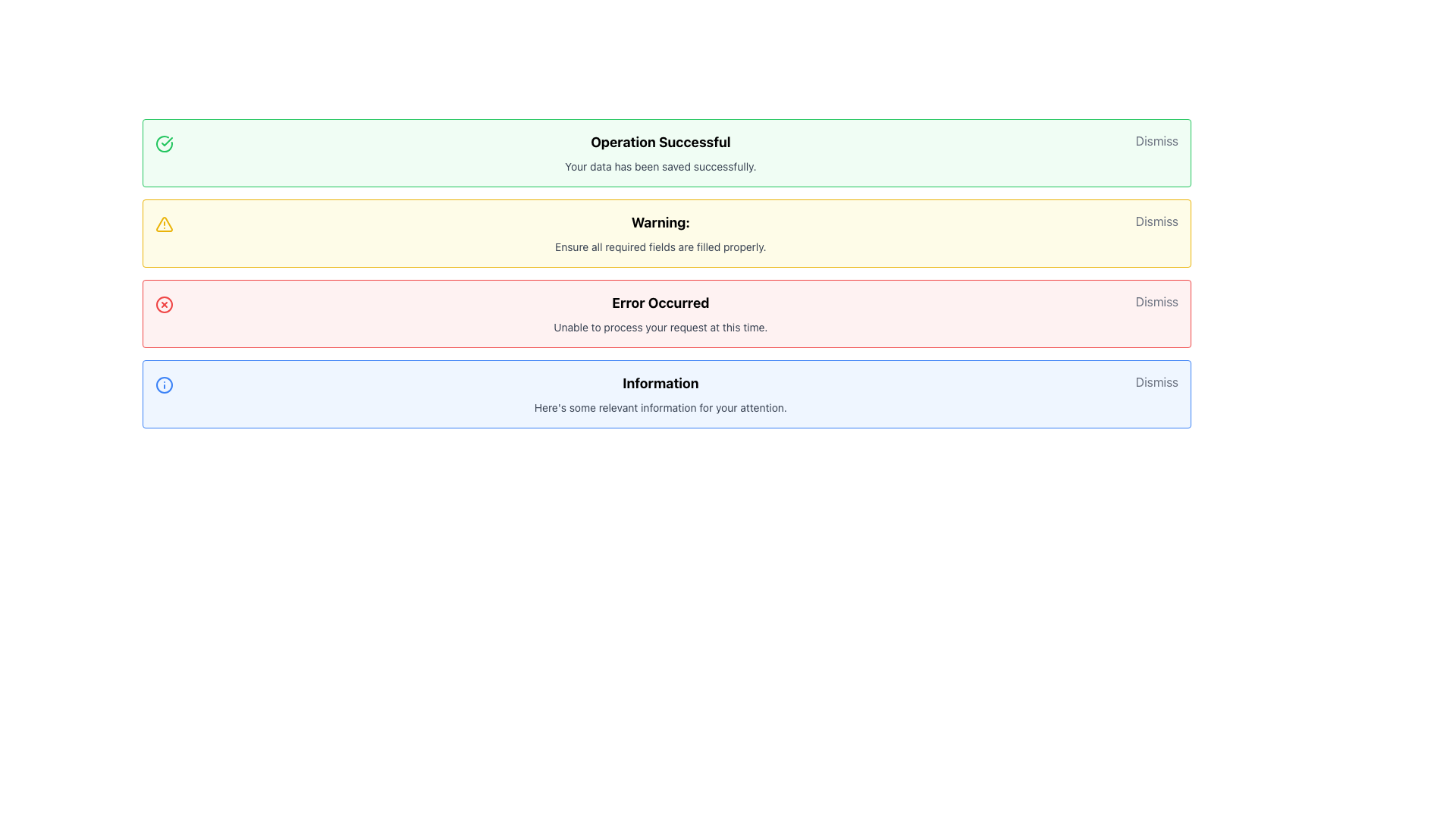 The image size is (1456, 819). I want to click on the 'Dismiss' button located on the far right of the red alert box, so click(1156, 301).